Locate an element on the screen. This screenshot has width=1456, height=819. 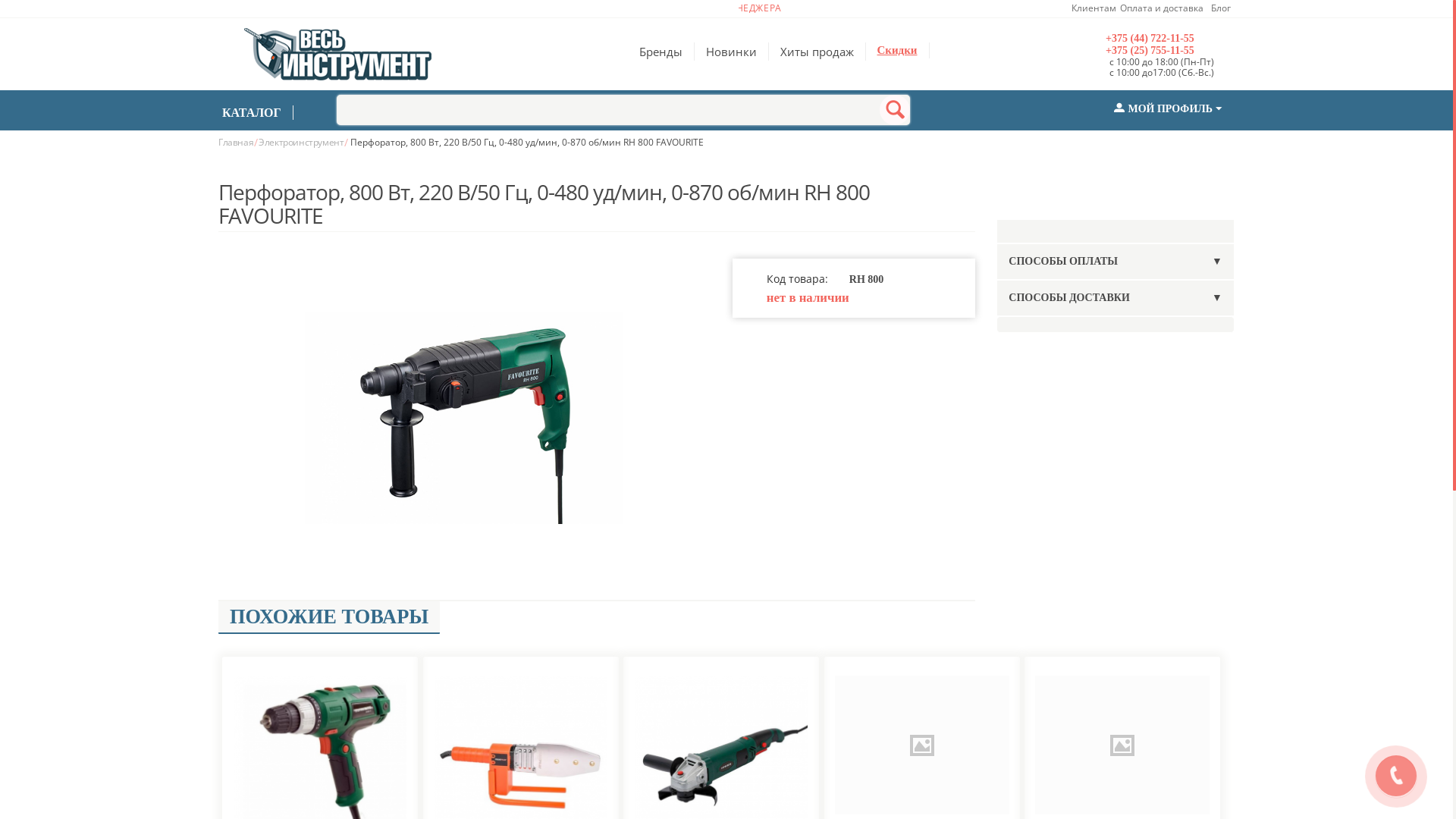
'+375 (44) 722-11-55' is located at coordinates (1169, 37).